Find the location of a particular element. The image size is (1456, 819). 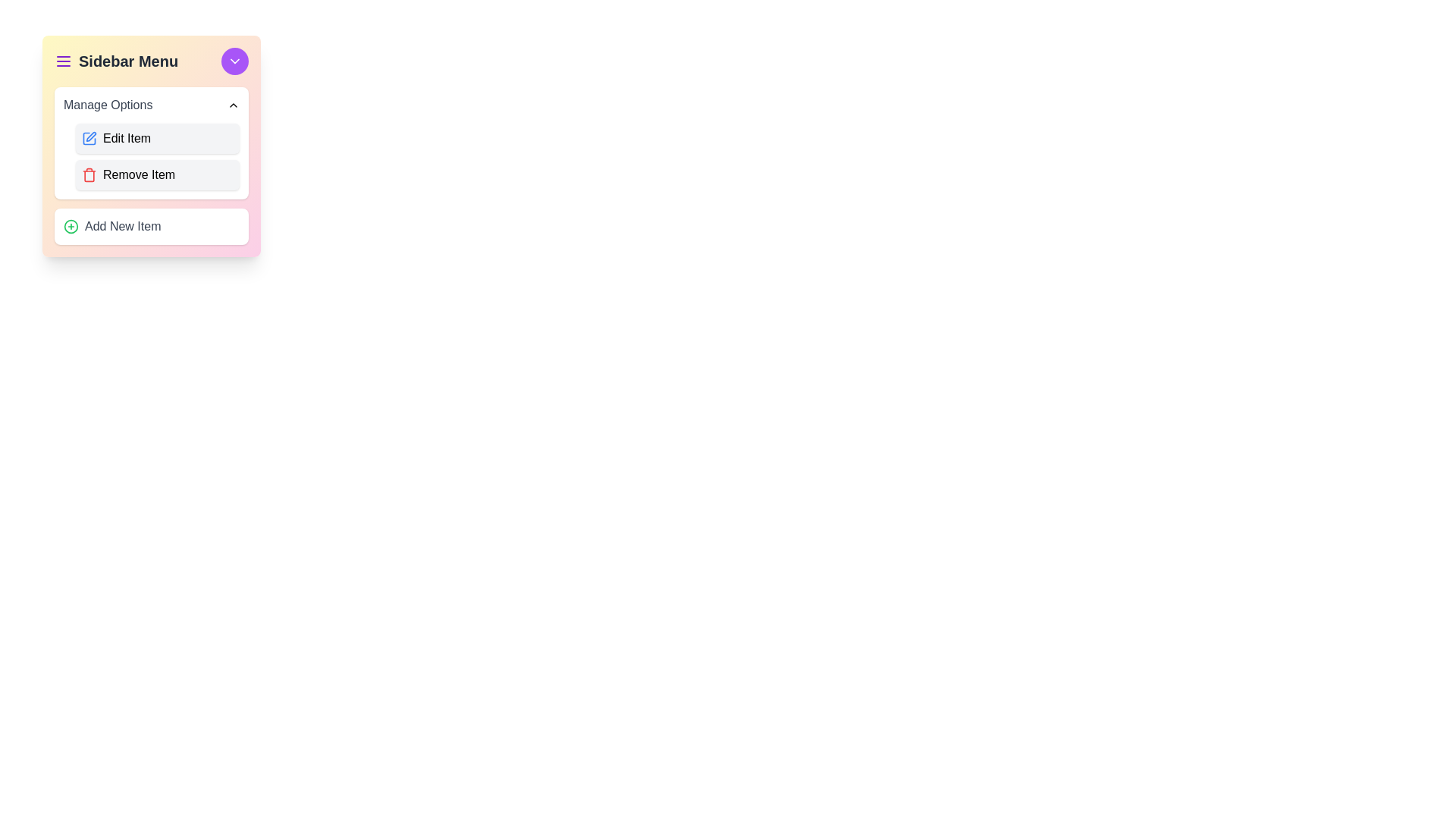

text of the 'Edit Item' label located within the sidebar menu button is located at coordinates (127, 138).